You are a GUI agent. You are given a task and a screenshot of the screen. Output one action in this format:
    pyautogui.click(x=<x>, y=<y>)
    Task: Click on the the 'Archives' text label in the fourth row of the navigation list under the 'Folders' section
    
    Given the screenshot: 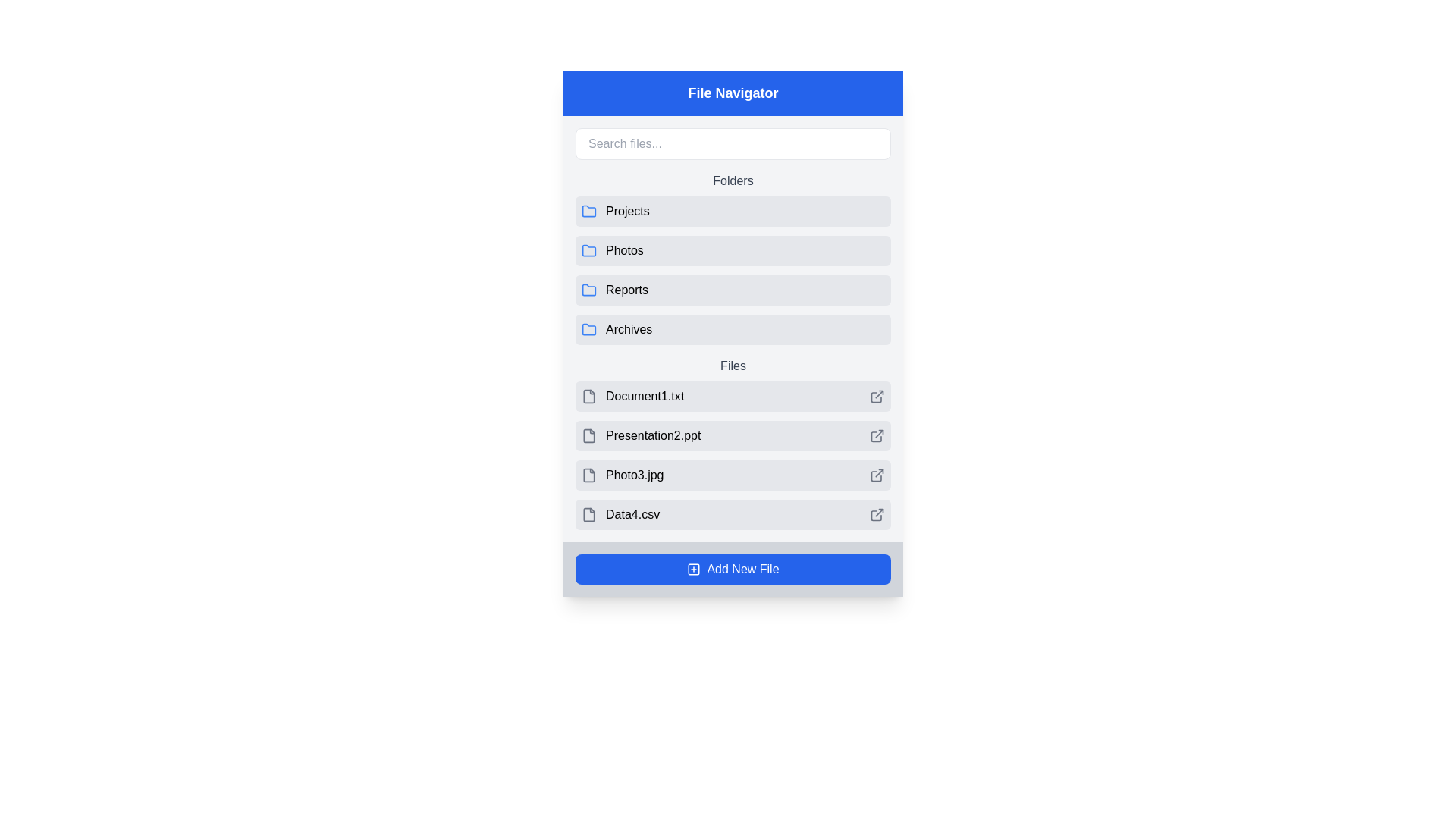 What is the action you would take?
    pyautogui.click(x=629, y=329)
    